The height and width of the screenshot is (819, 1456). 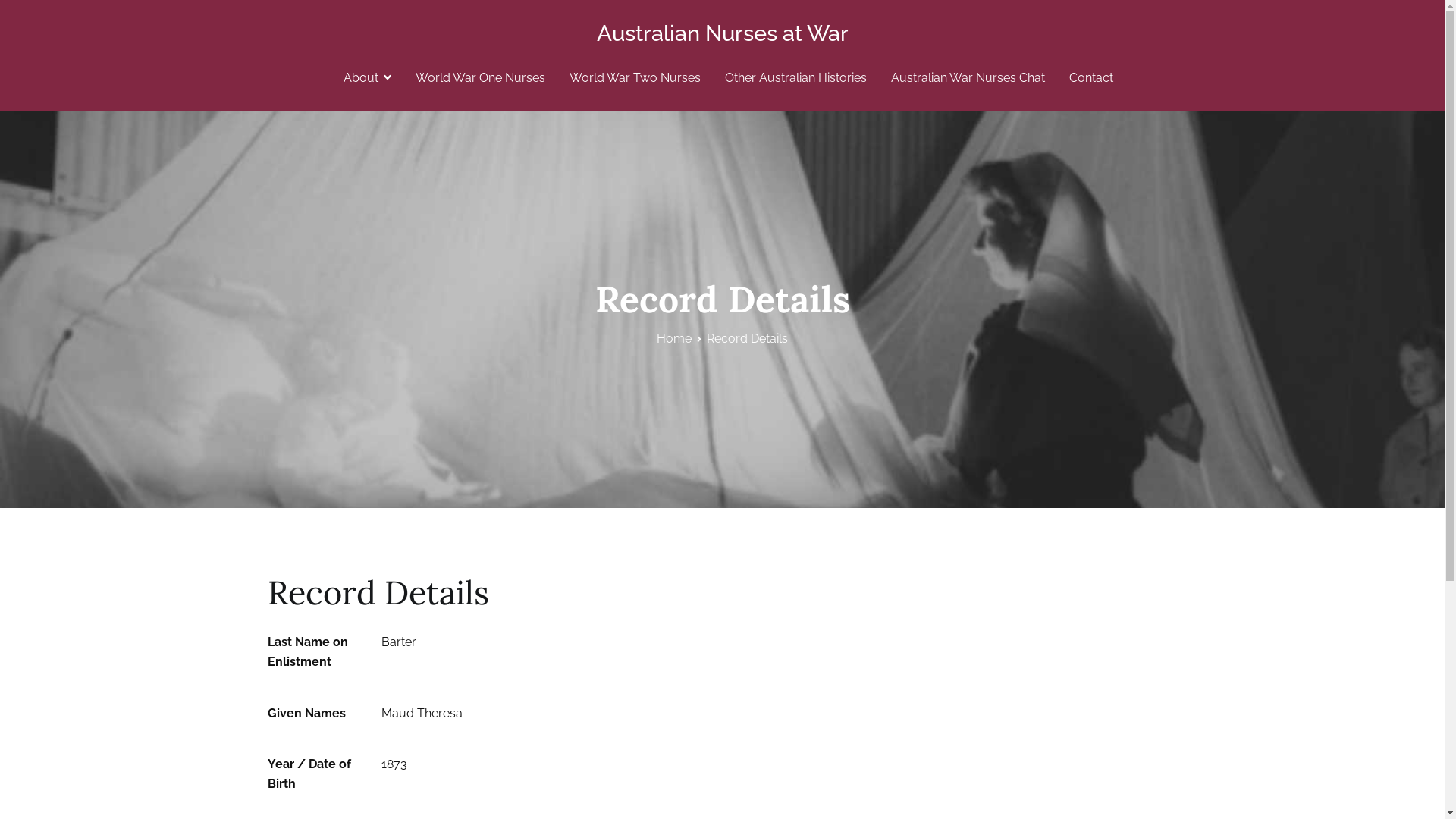 I want to click on 'Home', so click(x=673, y=337).